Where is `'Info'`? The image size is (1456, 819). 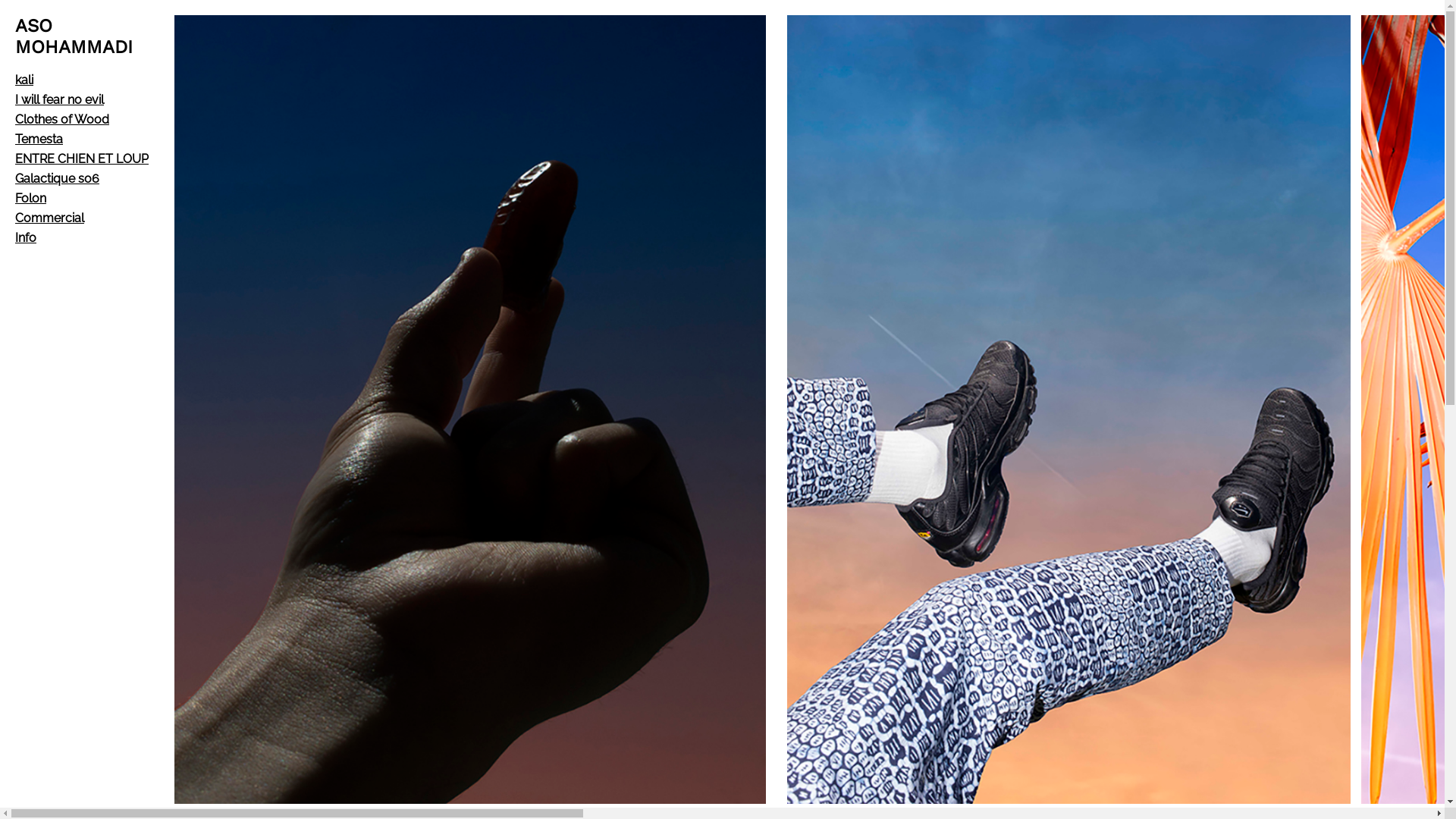
'Info' is located at coordinates (14, 237).